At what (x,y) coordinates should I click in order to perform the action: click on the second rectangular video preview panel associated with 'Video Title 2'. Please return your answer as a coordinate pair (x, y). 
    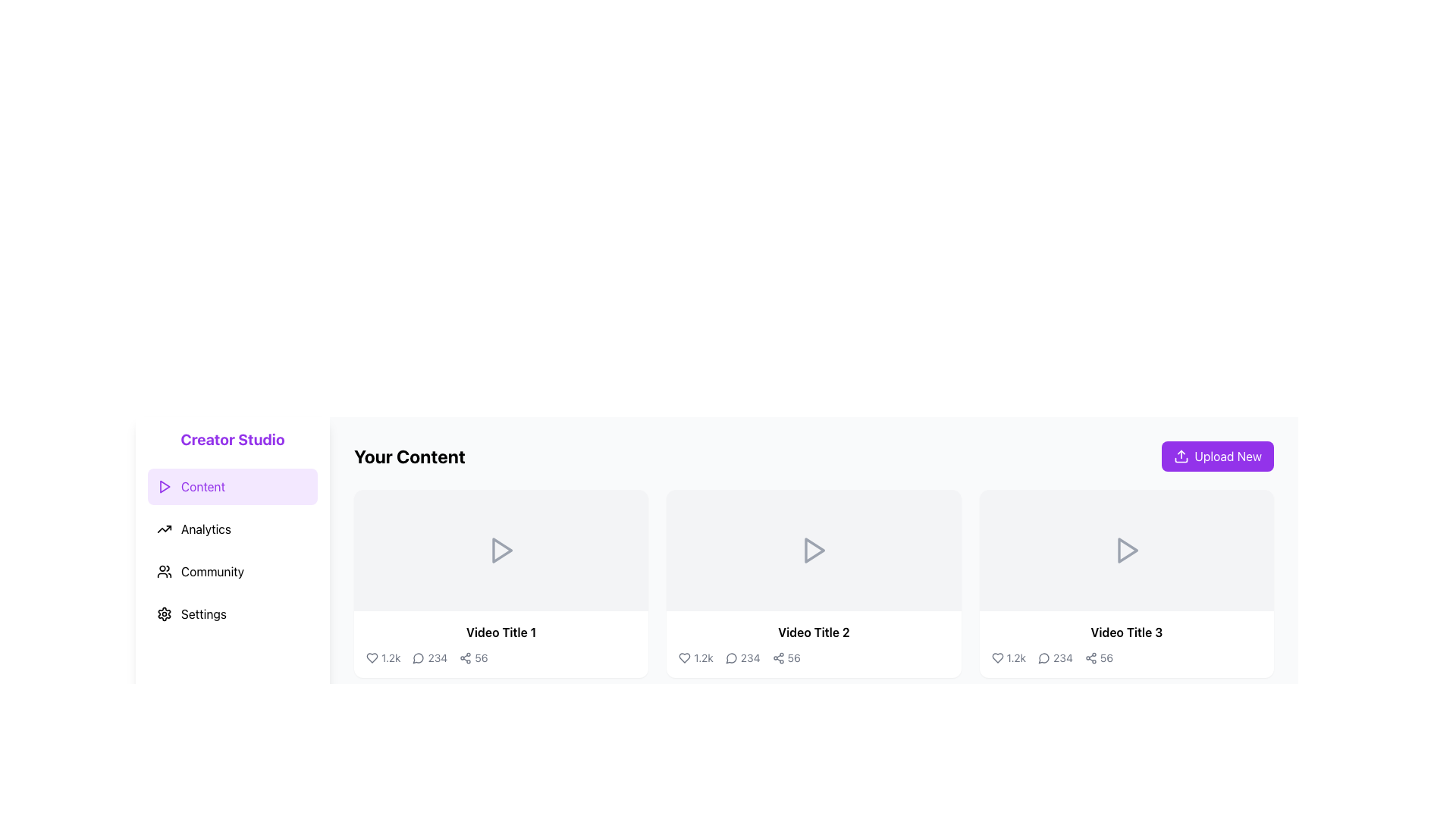
    Looking at the image, I should click on (813, 550).